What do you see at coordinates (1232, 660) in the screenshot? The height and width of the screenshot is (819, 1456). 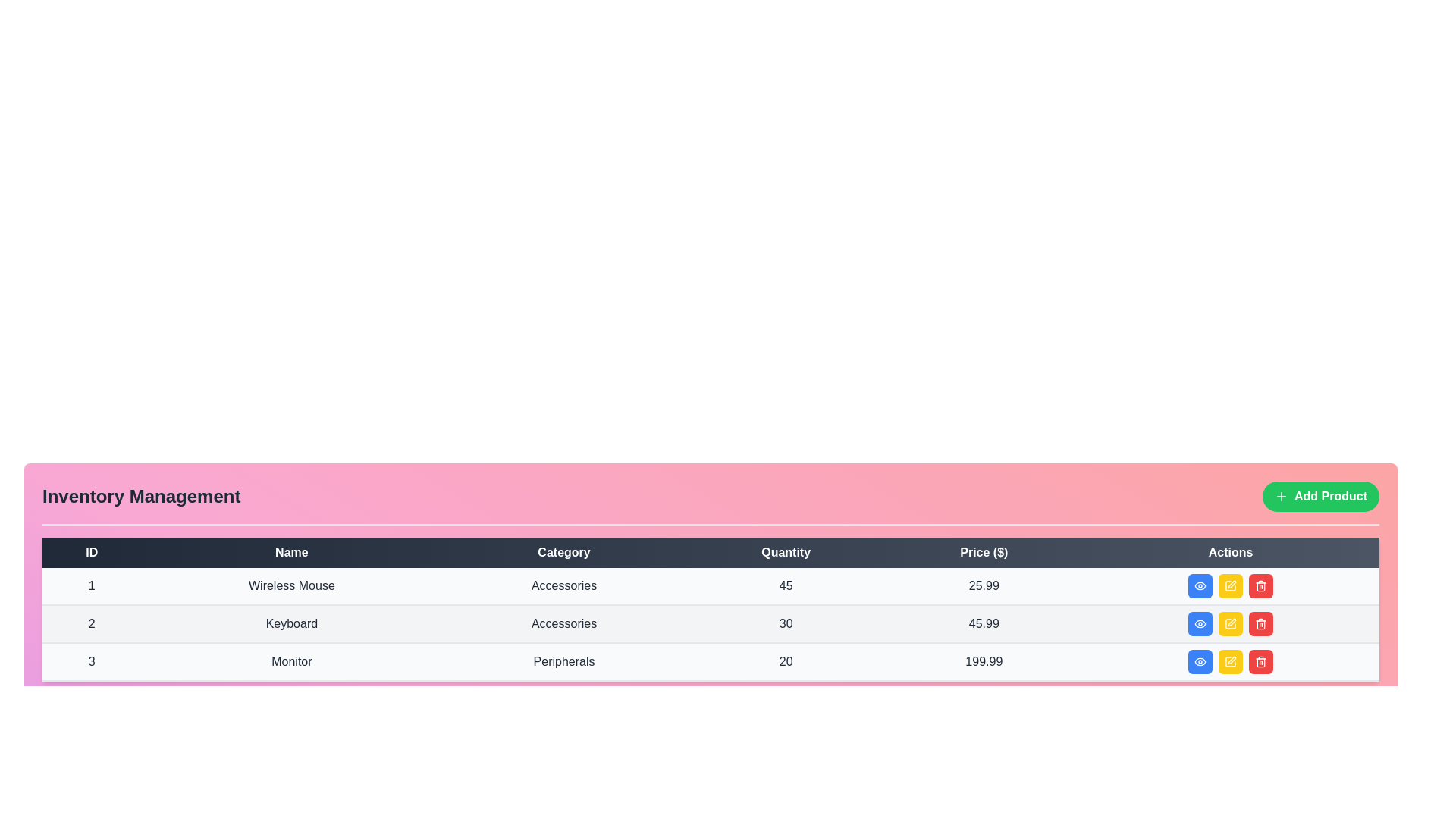 I see `the editing icon button located in the 'Actions' column of the third row in the table` at bounding box center [1232, 660].